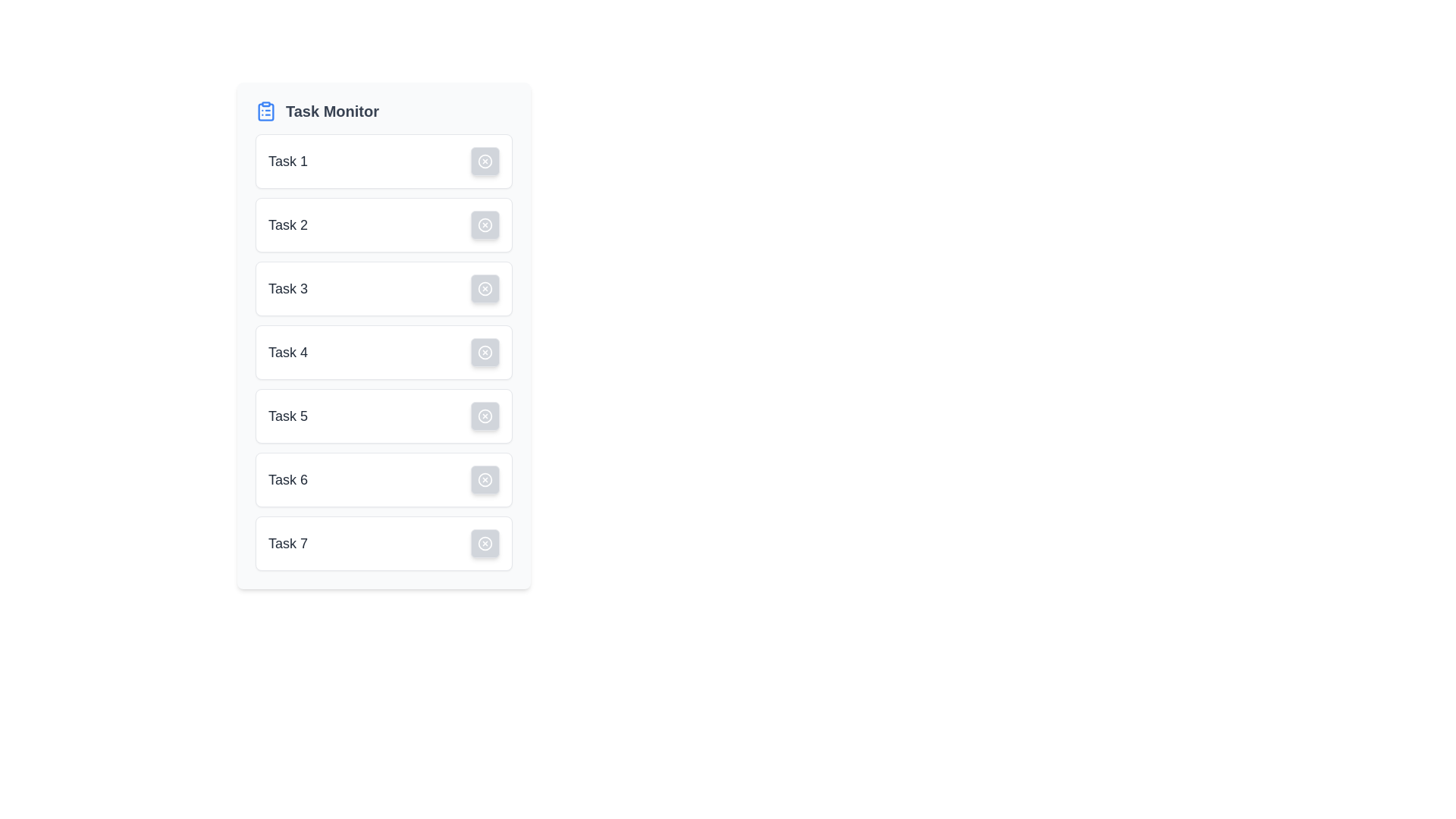 This screenshot has height=819, width=1456. Describe the element at coordinates (287, 161) in the screenshot. I see `the Text label that displays the name or title of the task` at that location.